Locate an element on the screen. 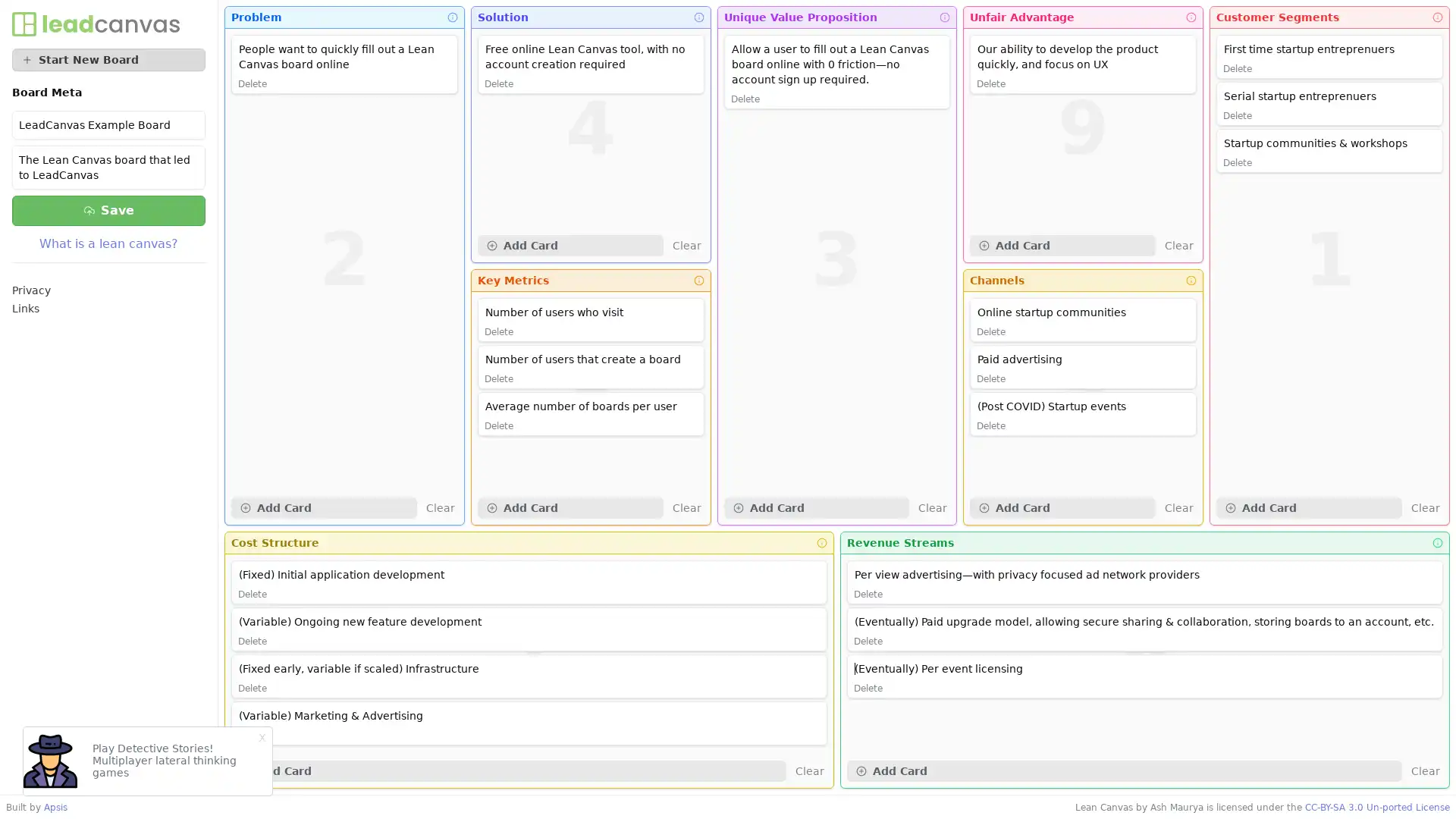  Delete is located at coordinates (1238, 115).